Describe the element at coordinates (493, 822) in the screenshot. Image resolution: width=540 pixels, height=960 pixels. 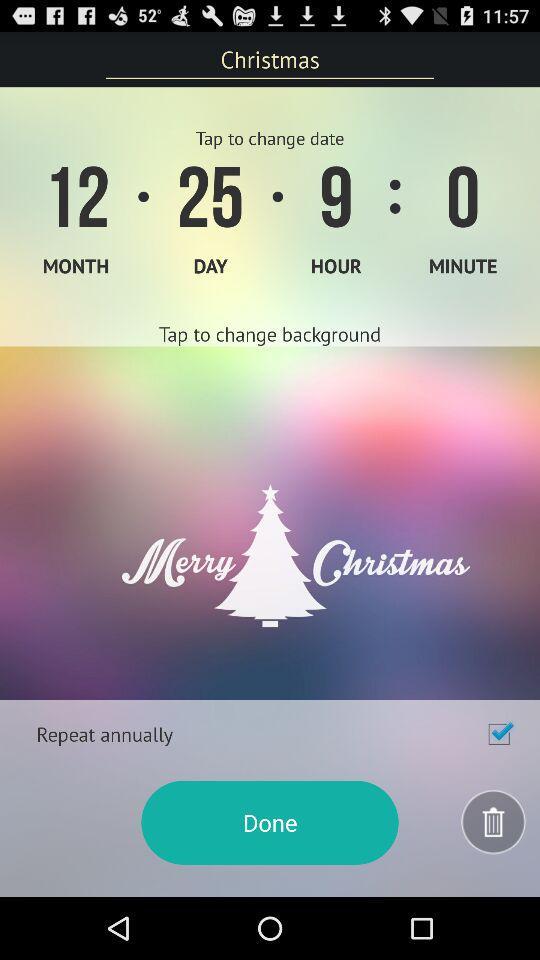
I see `icon next to done` at that location.